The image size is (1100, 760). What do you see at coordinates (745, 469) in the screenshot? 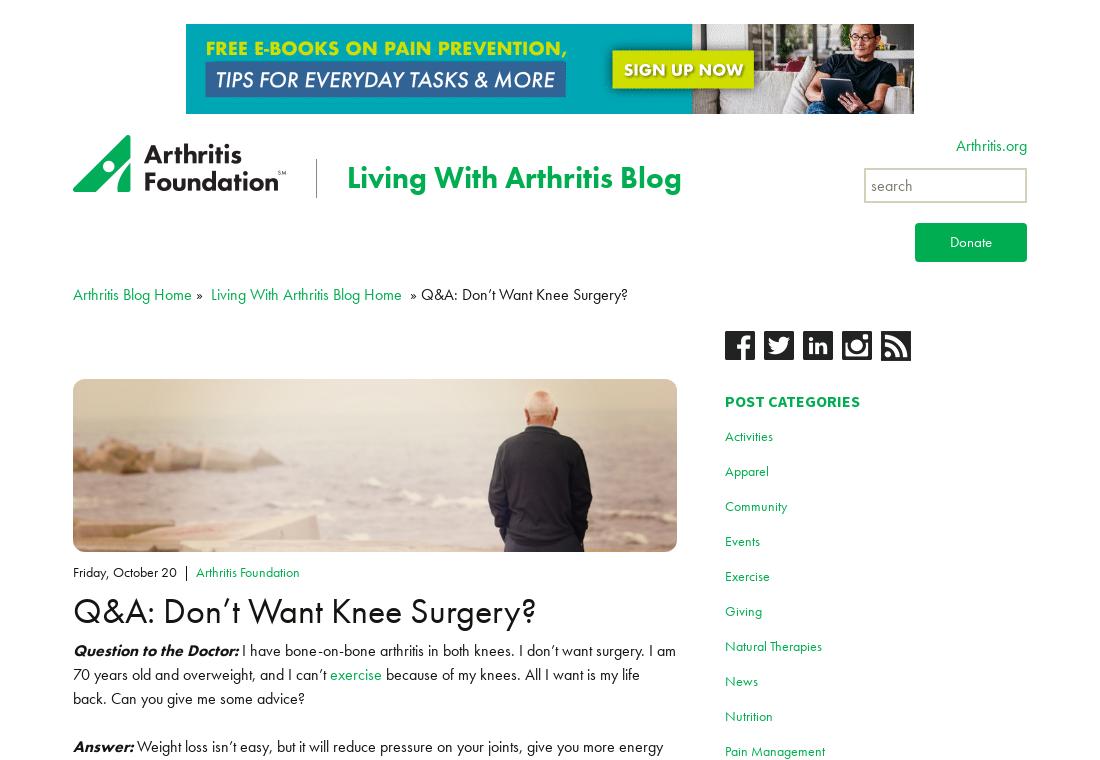
I see `'Apparel'` at bounding box center [745, 469].